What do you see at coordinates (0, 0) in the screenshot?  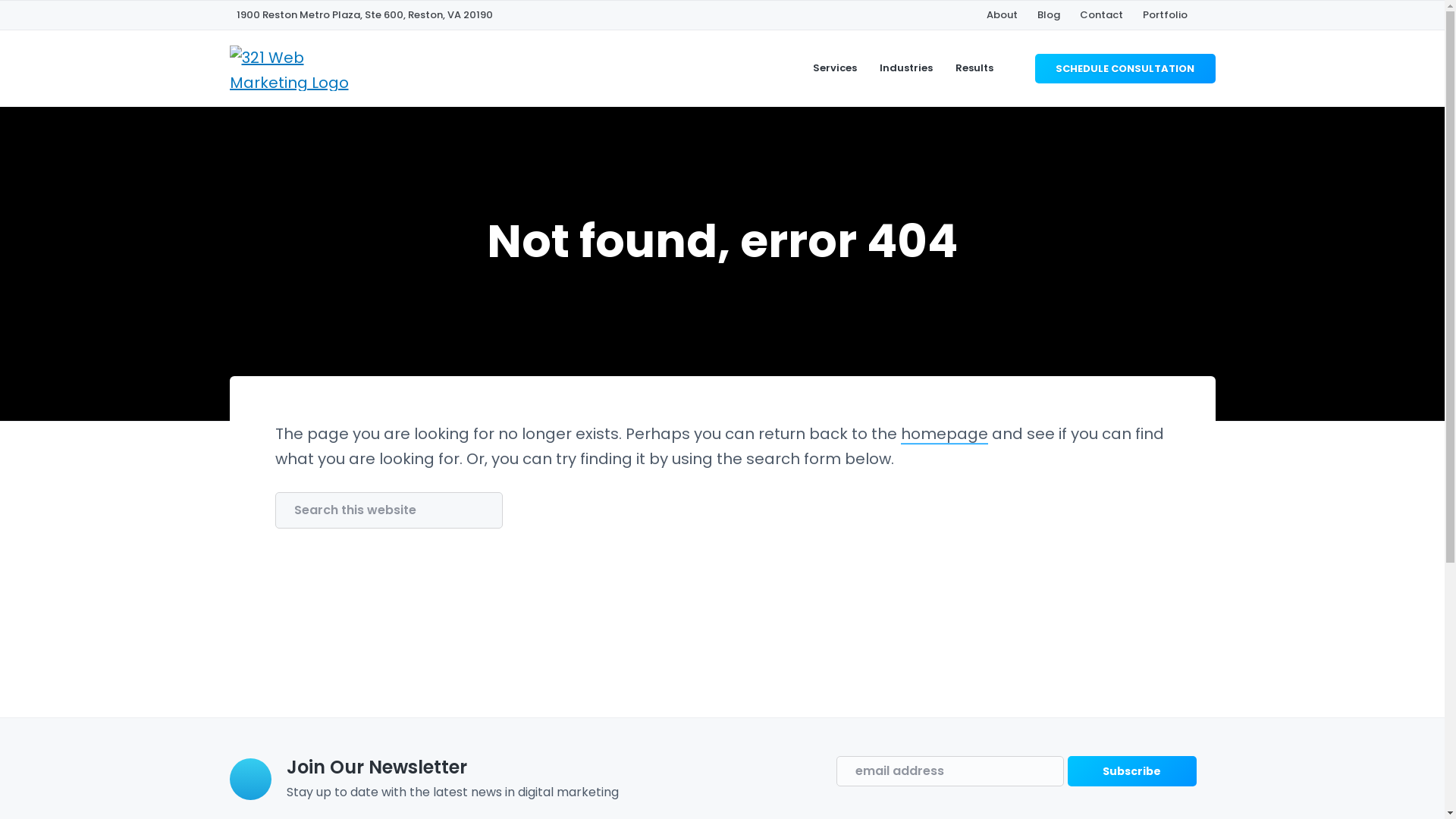 I see `'Skip to primary navigation'` at bounding box center [0, 0].